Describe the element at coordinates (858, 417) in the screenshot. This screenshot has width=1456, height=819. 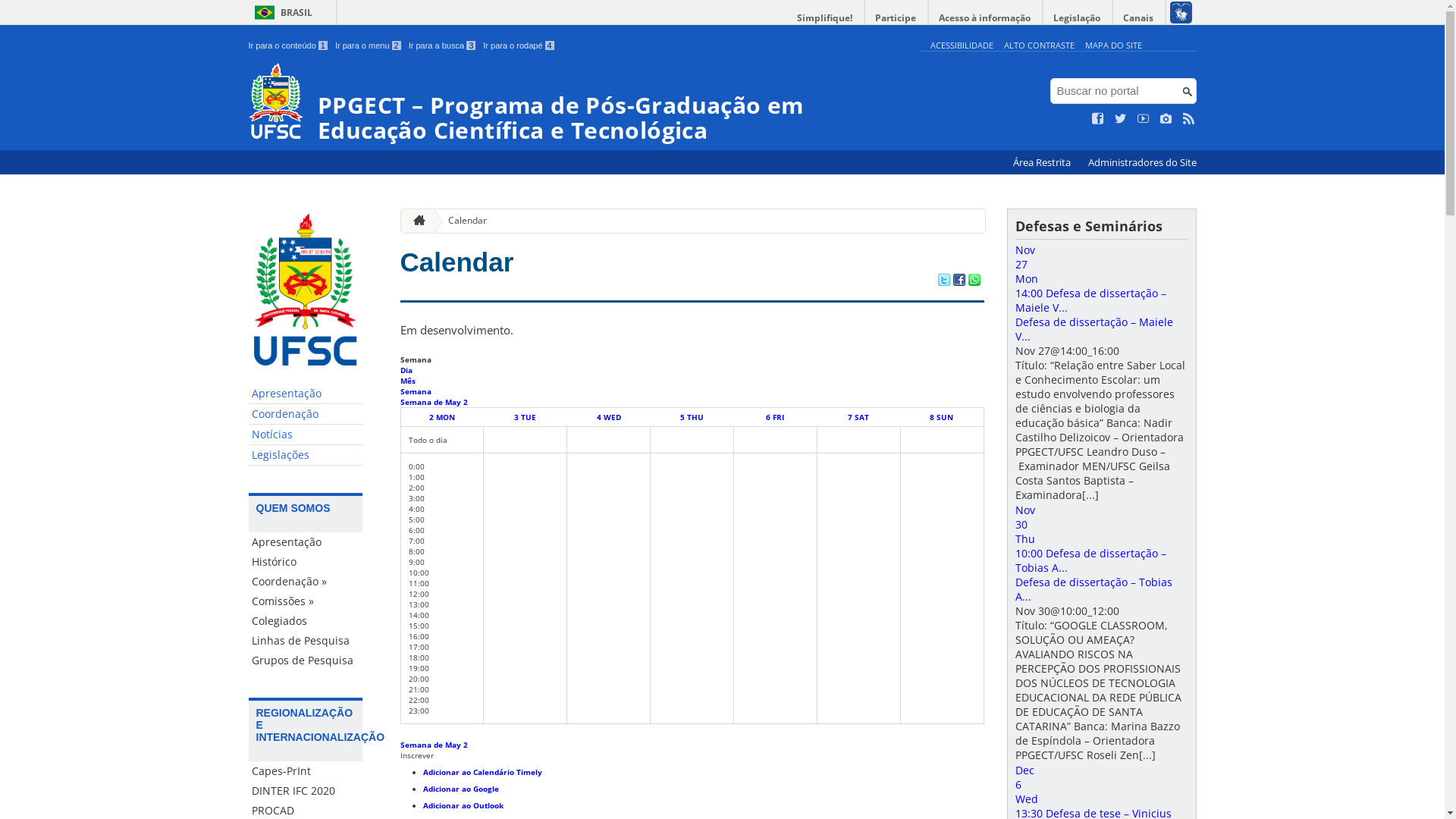
I see `'7 SAT'` at that location.